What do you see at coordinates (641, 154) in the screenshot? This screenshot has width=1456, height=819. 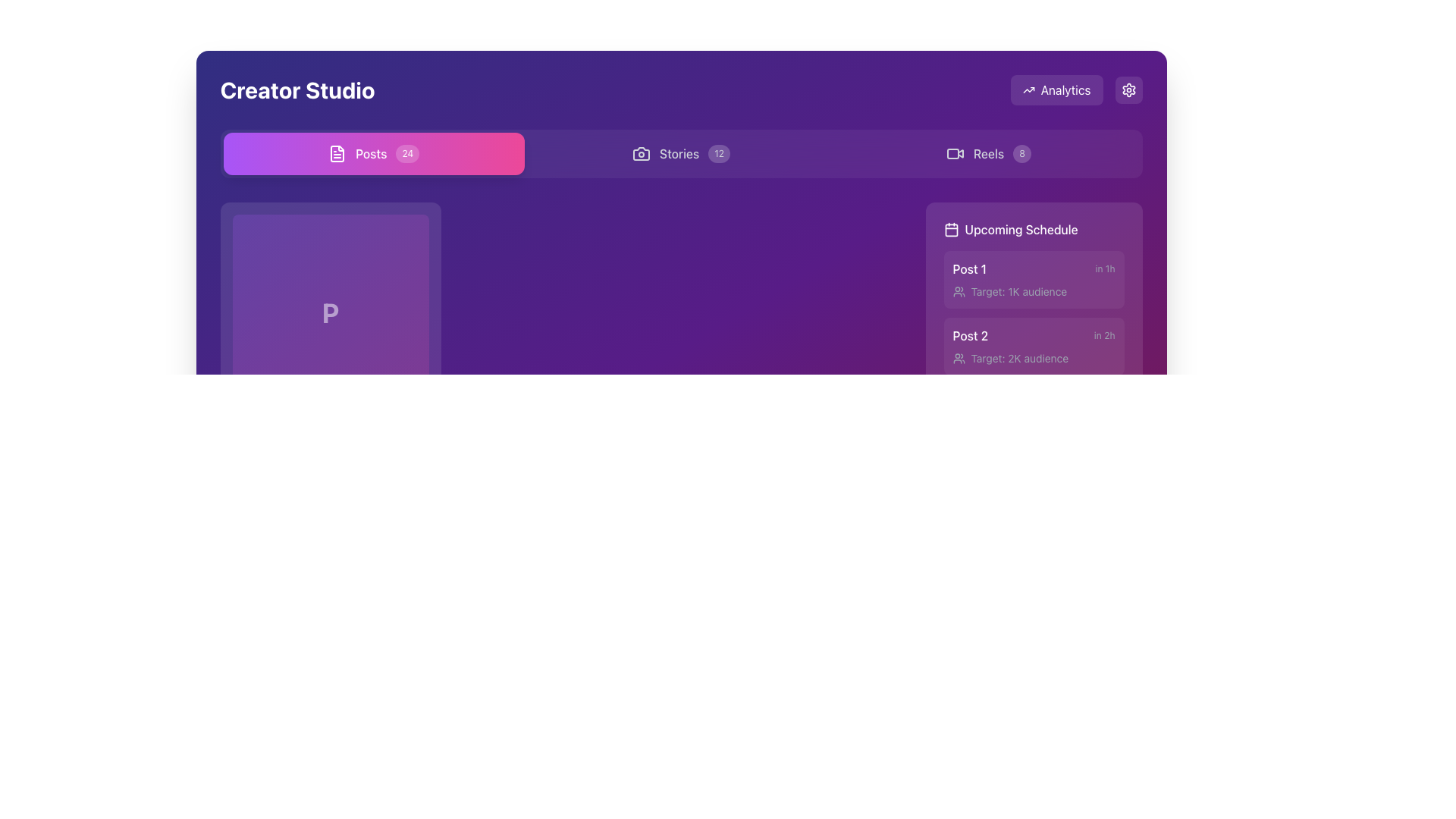 I see `the camera icon located in the 'Stories' section of the navigation bar` at bounding box center [641, 154].